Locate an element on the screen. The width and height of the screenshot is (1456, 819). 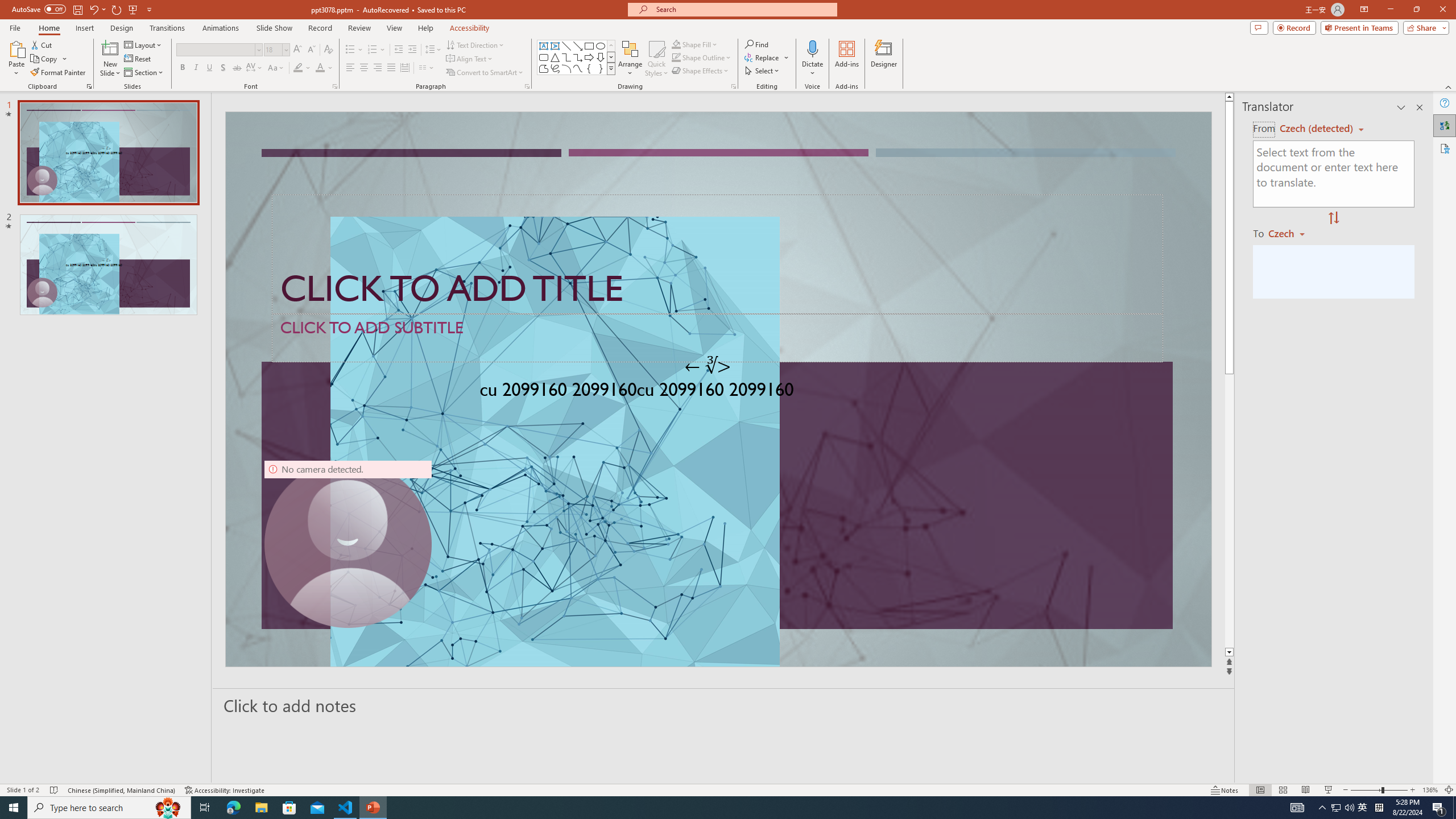
'Subtitle TextBox' is located at coordinates (717, 337).